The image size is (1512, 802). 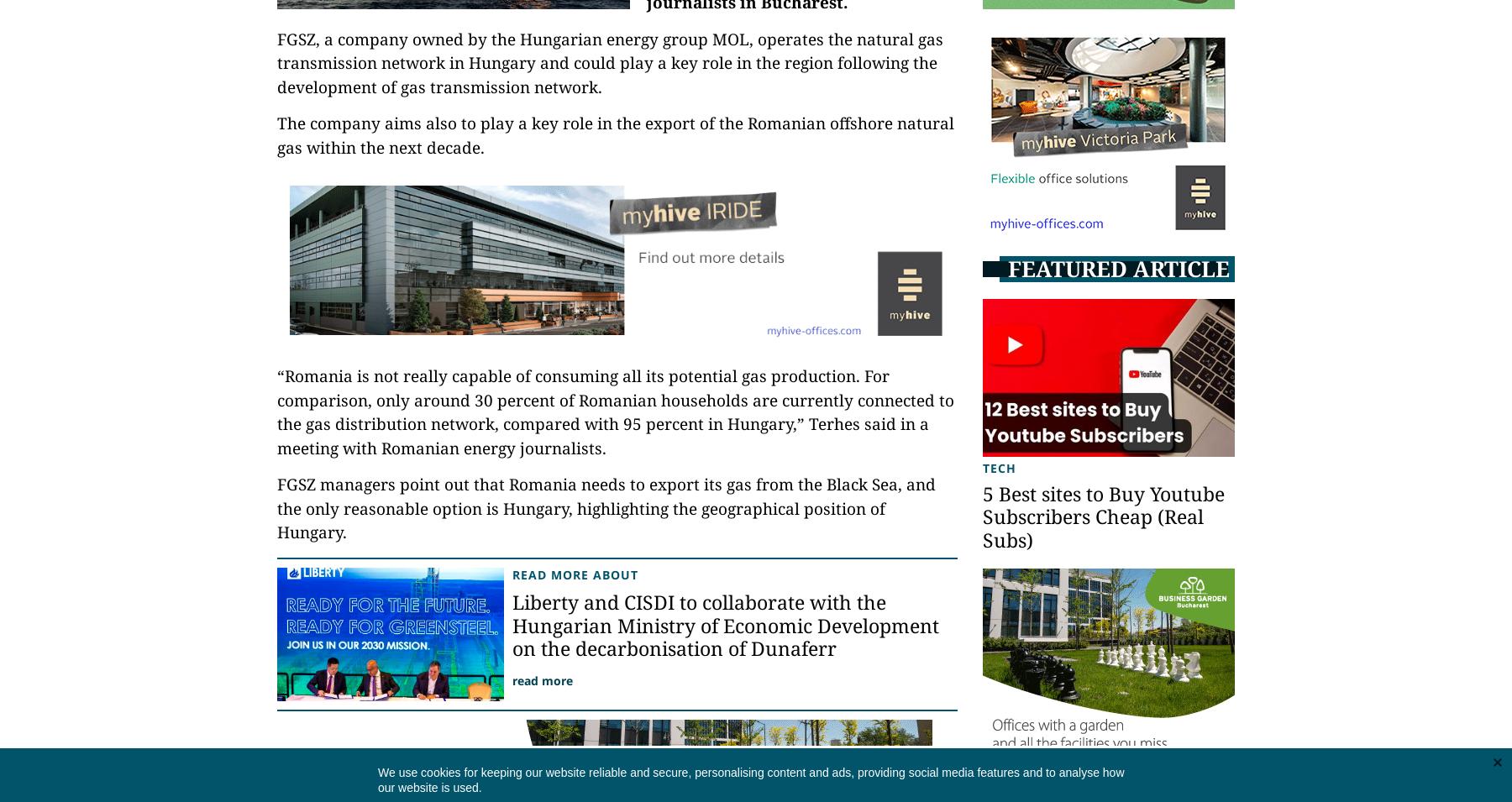 I want to click on 'FGSZ, a company owned by the Hungarian energy group MOL, operates the natural gas transmission network in Hungary and could play a key role in the region following the development of gas transmission network.', so click(x=609, y=61).